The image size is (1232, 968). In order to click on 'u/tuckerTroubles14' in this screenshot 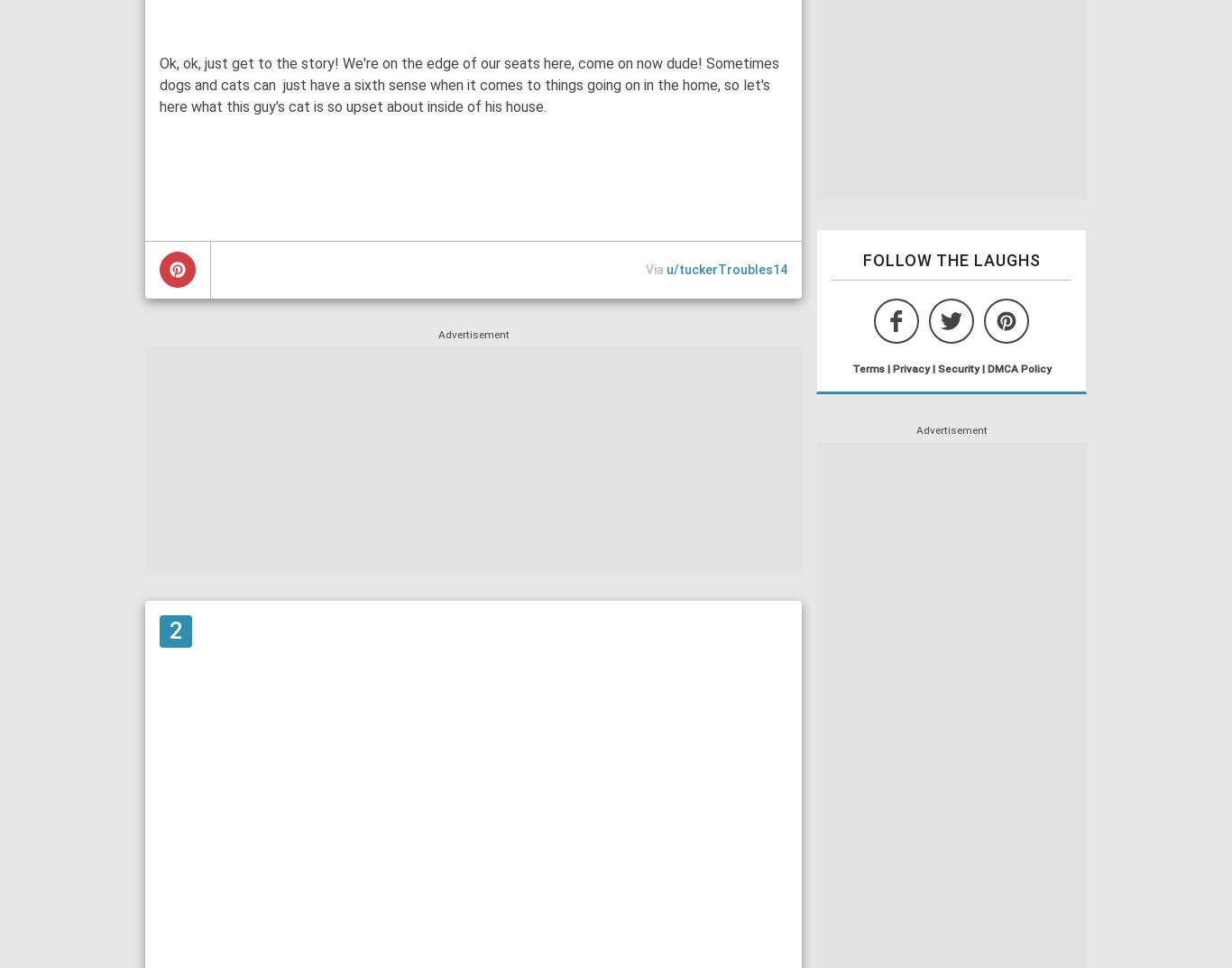, I will do `click(725, 267)`.